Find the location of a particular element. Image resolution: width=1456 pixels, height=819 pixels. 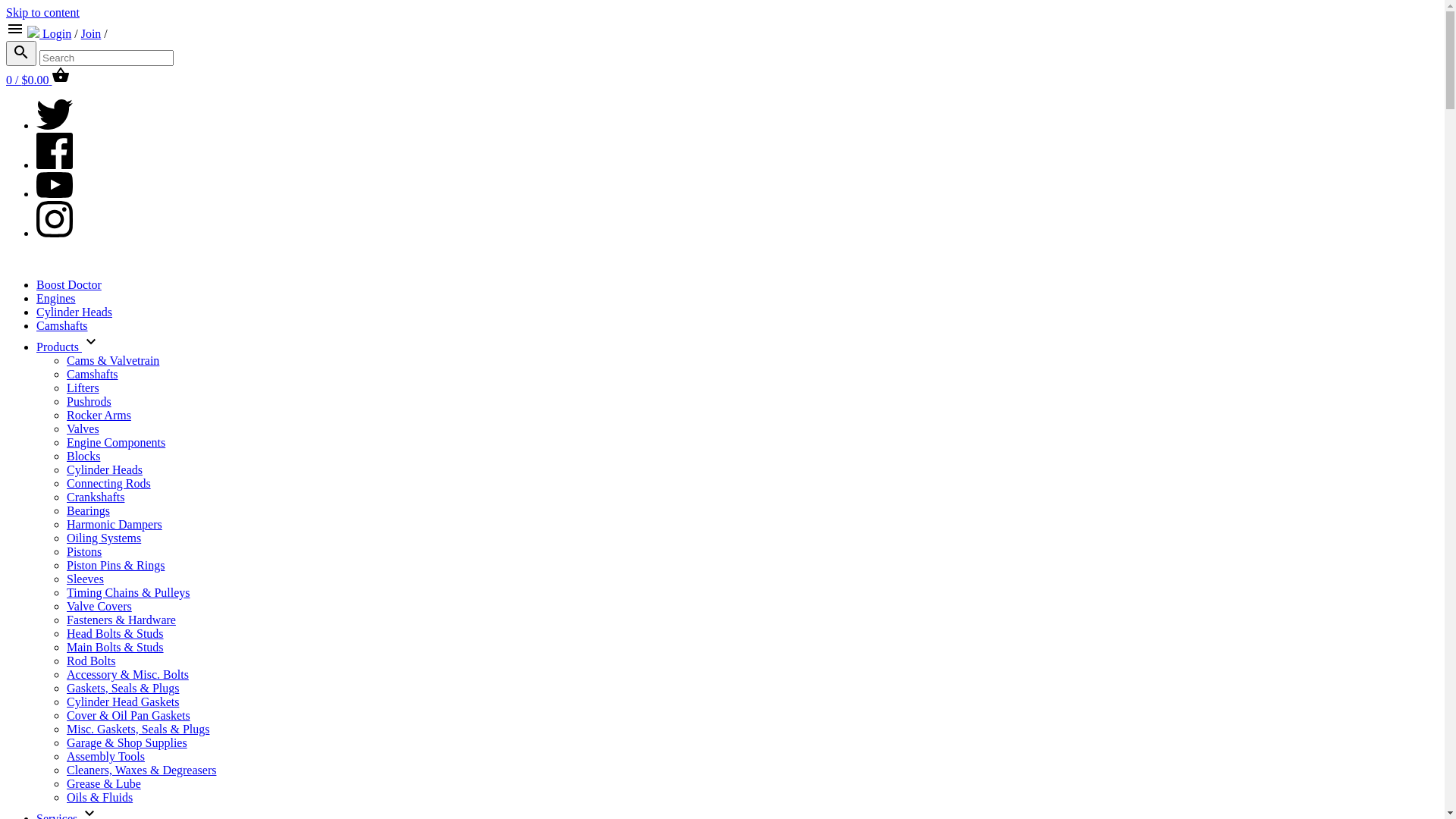

'Rocker Arms' is located at coordinates (98, 415).